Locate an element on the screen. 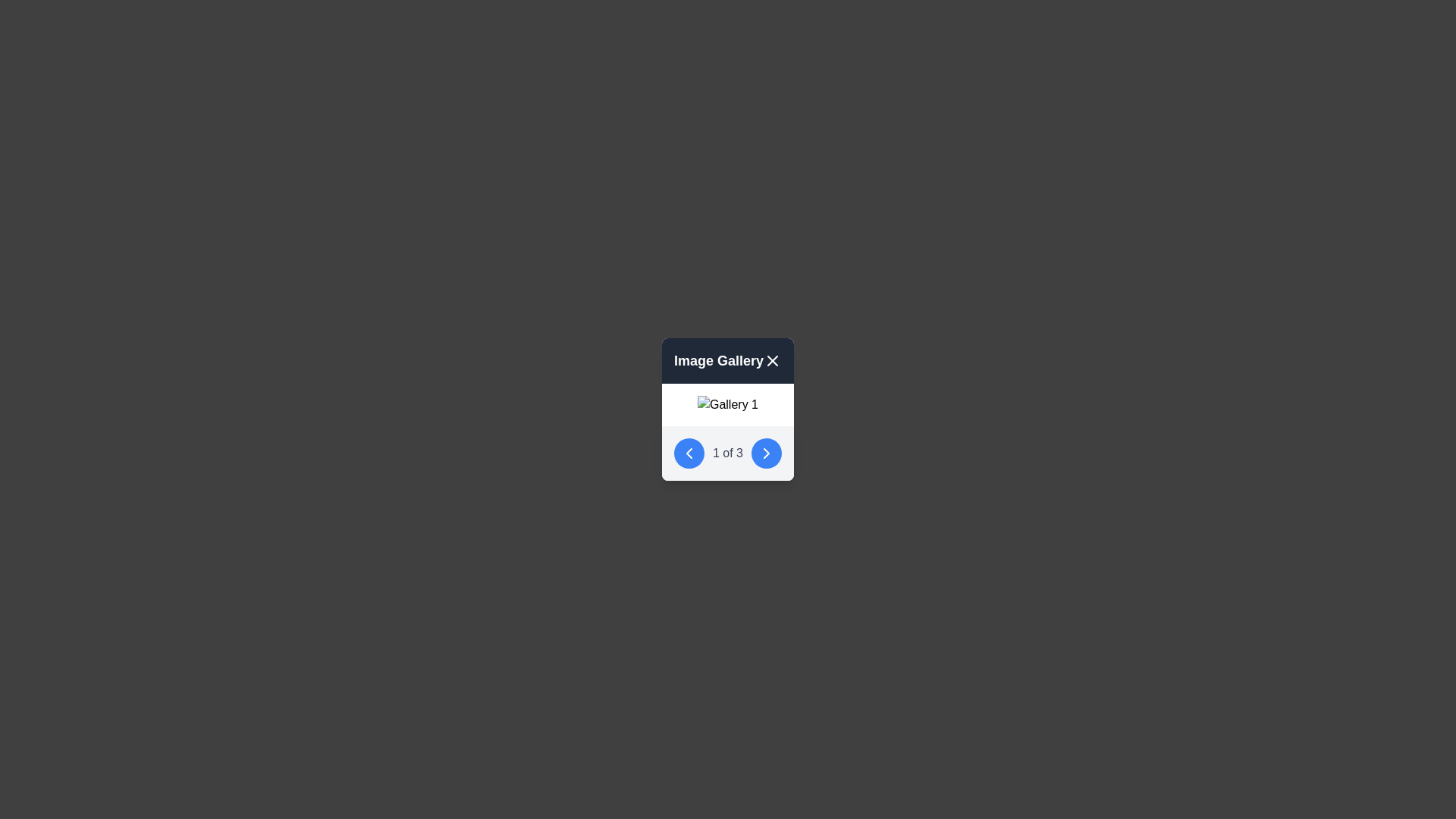 This screenshot has width=1456, height=819. the circular 'X' button located in the top-right corner of the 'Image Gallery' header is located at coordinates (772, 360).